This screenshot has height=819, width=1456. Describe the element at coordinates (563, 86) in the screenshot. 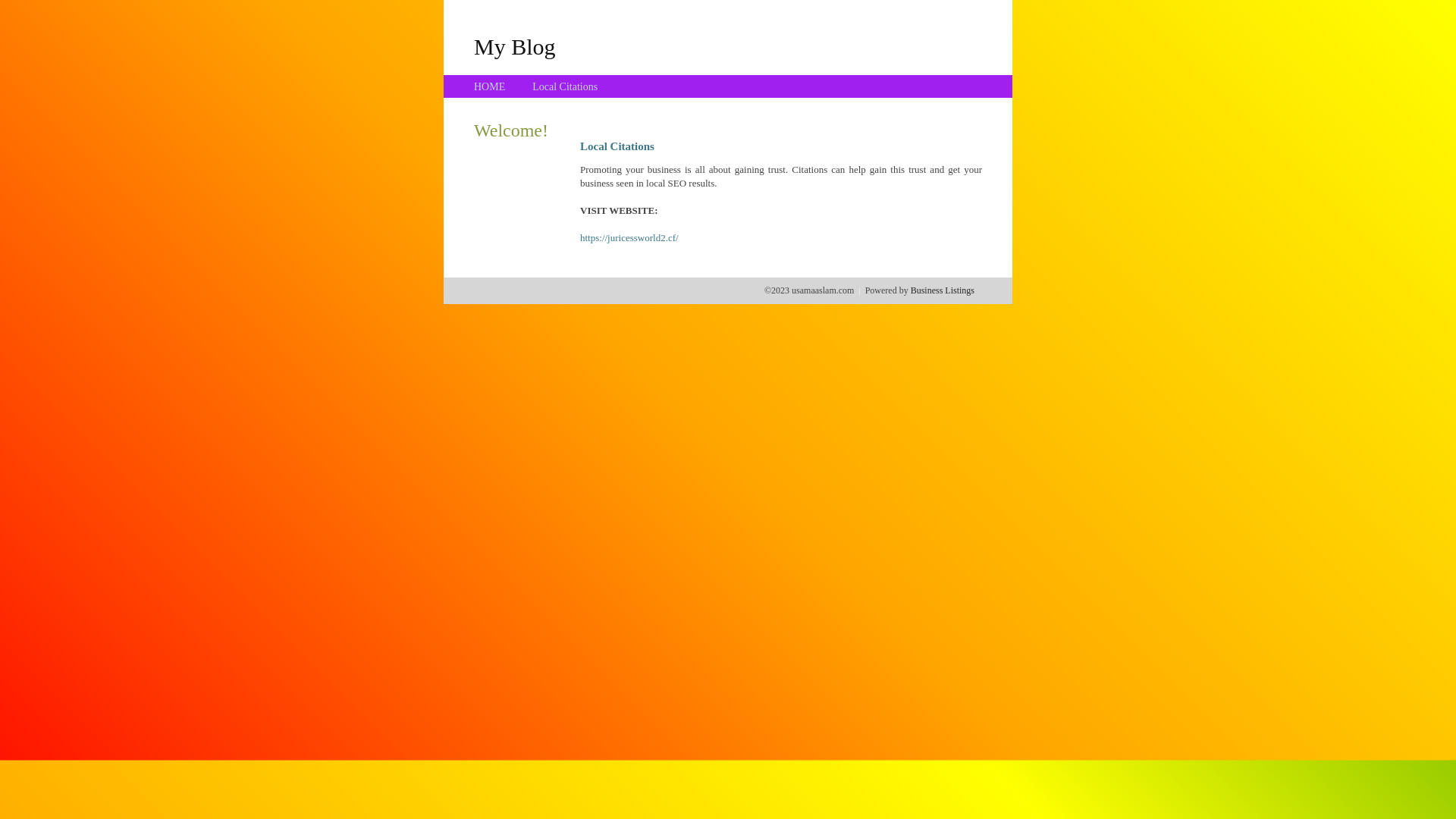

I see `'Local Citations'` at that location.